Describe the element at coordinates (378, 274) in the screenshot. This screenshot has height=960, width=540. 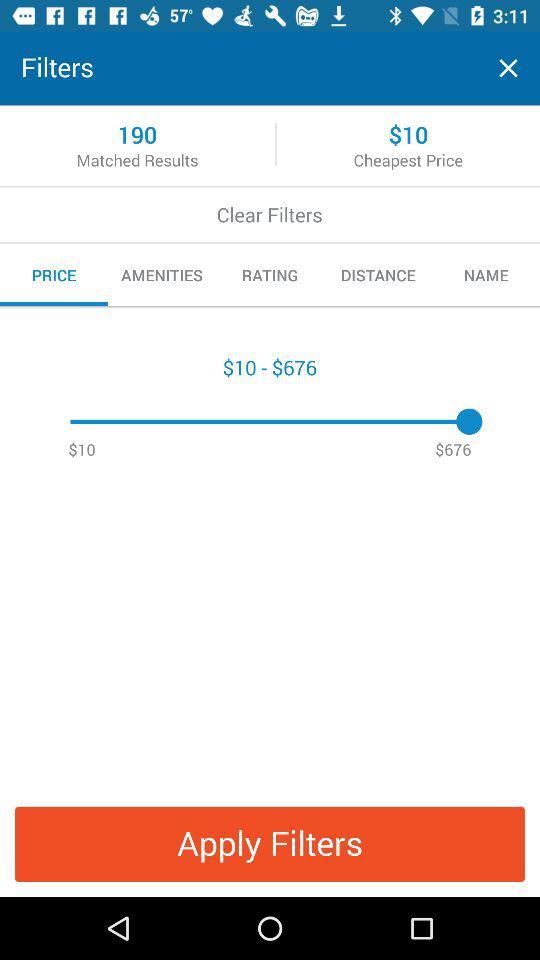
I see `the distance item` at that location.